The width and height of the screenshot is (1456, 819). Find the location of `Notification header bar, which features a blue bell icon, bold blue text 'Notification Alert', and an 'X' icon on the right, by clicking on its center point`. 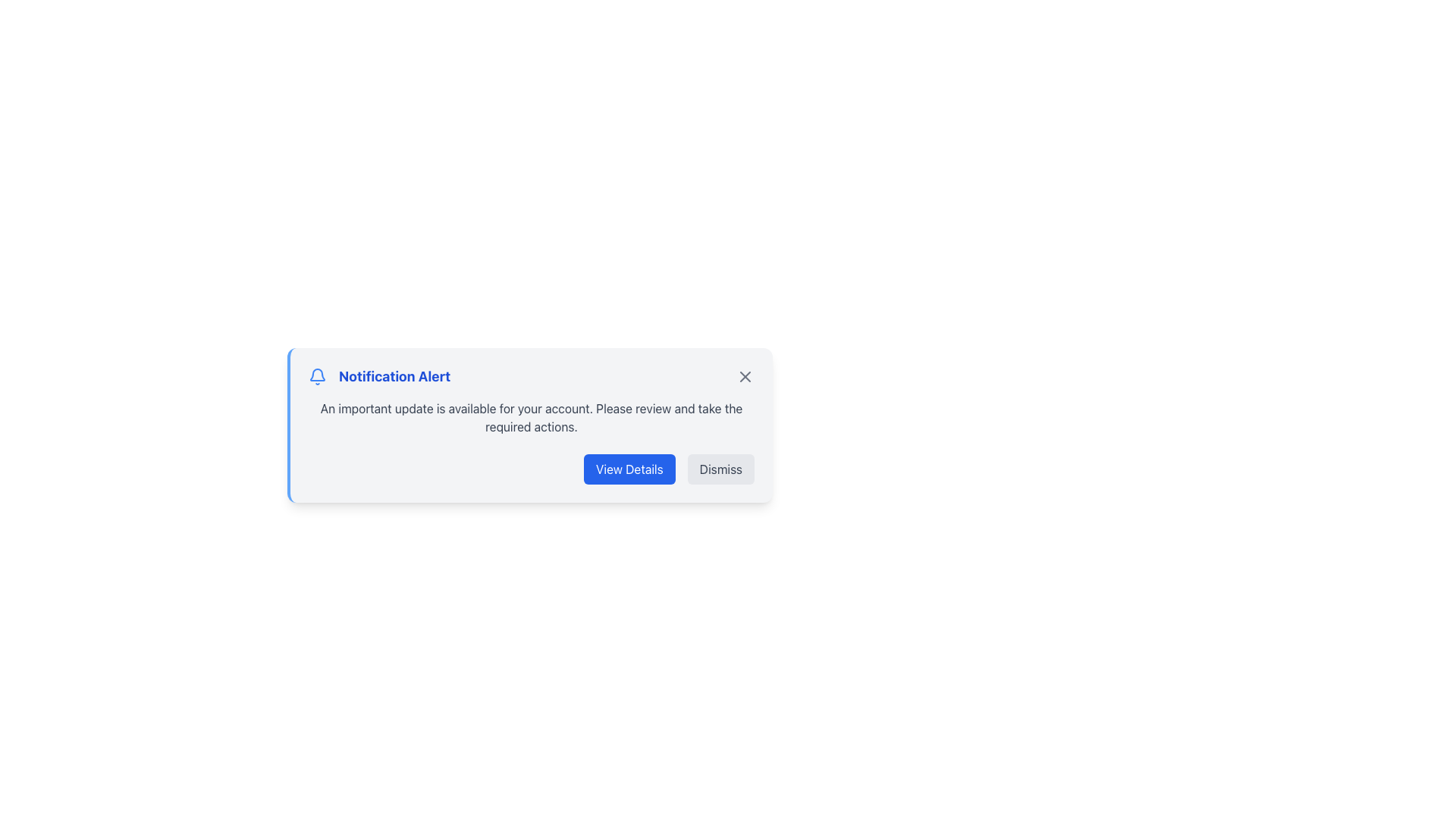

Notification header bar, which features a blue bell icon, bold blue text 'Notification Alert', and an 'X' icon on the right, by clicking on its center point is located at coordinates (531, 376).